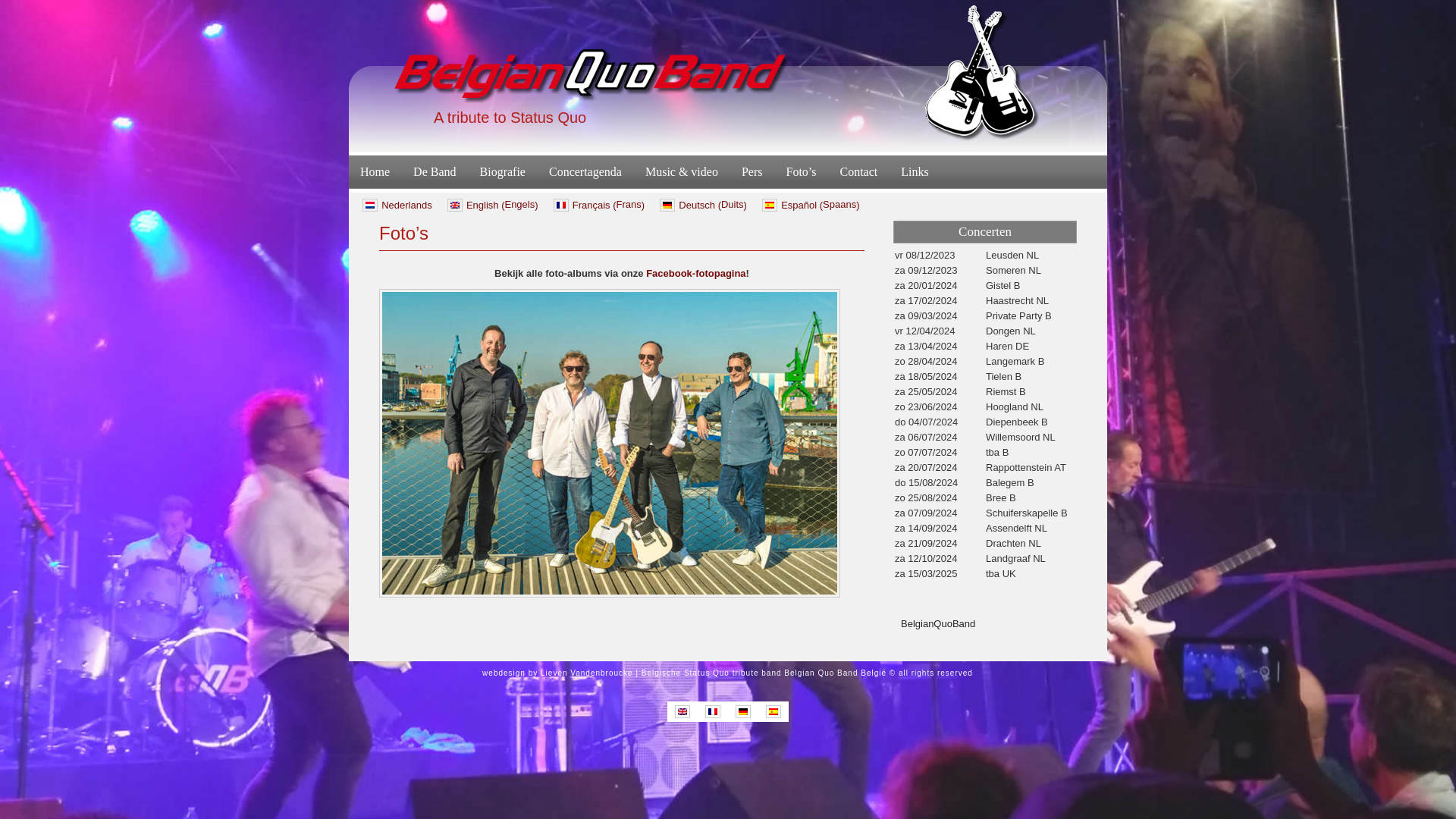 Image resolution: width=1456 pixels, height=819 pixels. Describe the element at coordinates (492, 205) in the screenshot. I see `'English (Engels)'` at that location.